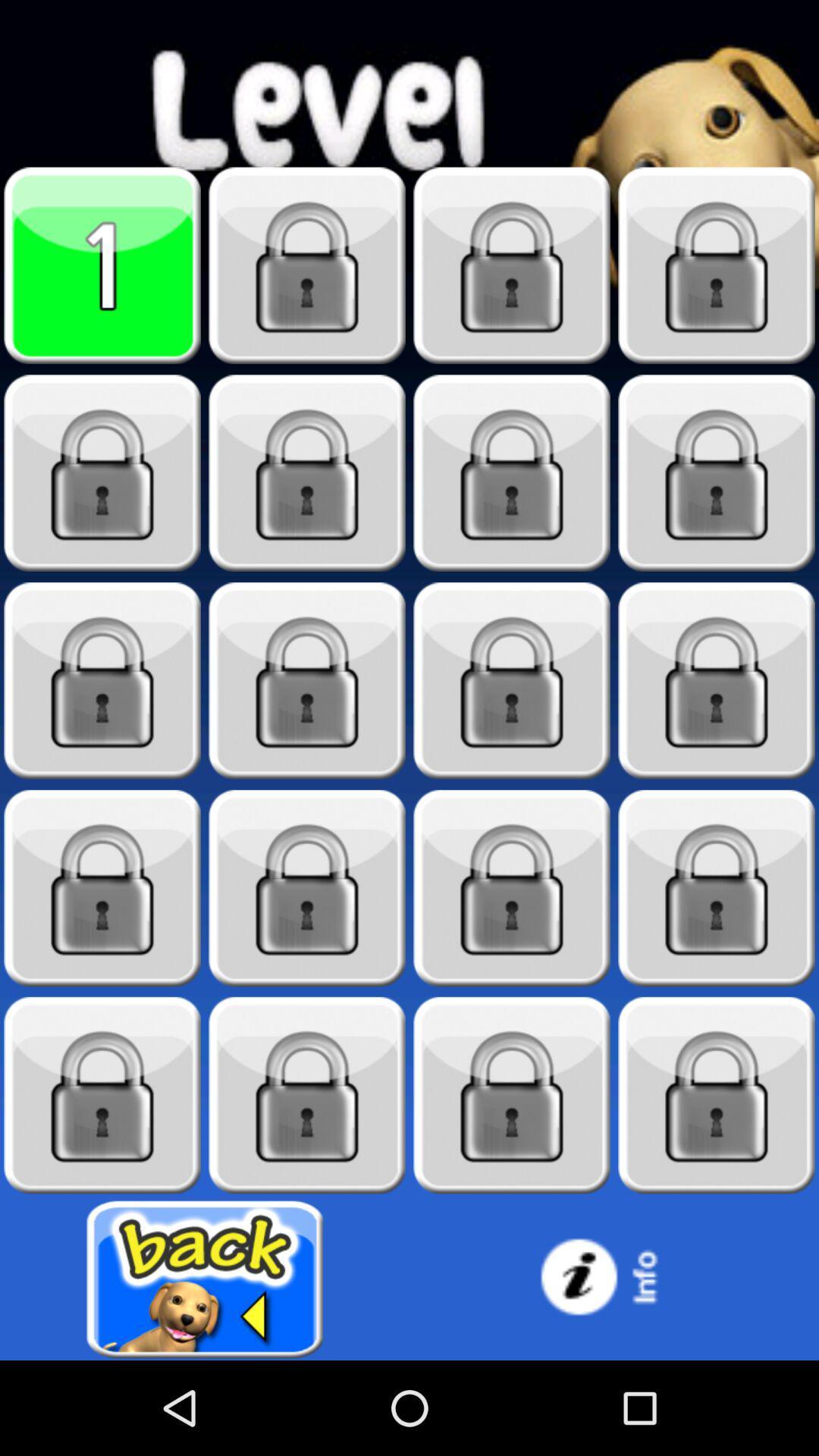 Image resolution: width=819 pixels, height=1456 pixels. Describe the element at coordinates (717, 472) in the screenshot. I see `unlock the level` at that location.